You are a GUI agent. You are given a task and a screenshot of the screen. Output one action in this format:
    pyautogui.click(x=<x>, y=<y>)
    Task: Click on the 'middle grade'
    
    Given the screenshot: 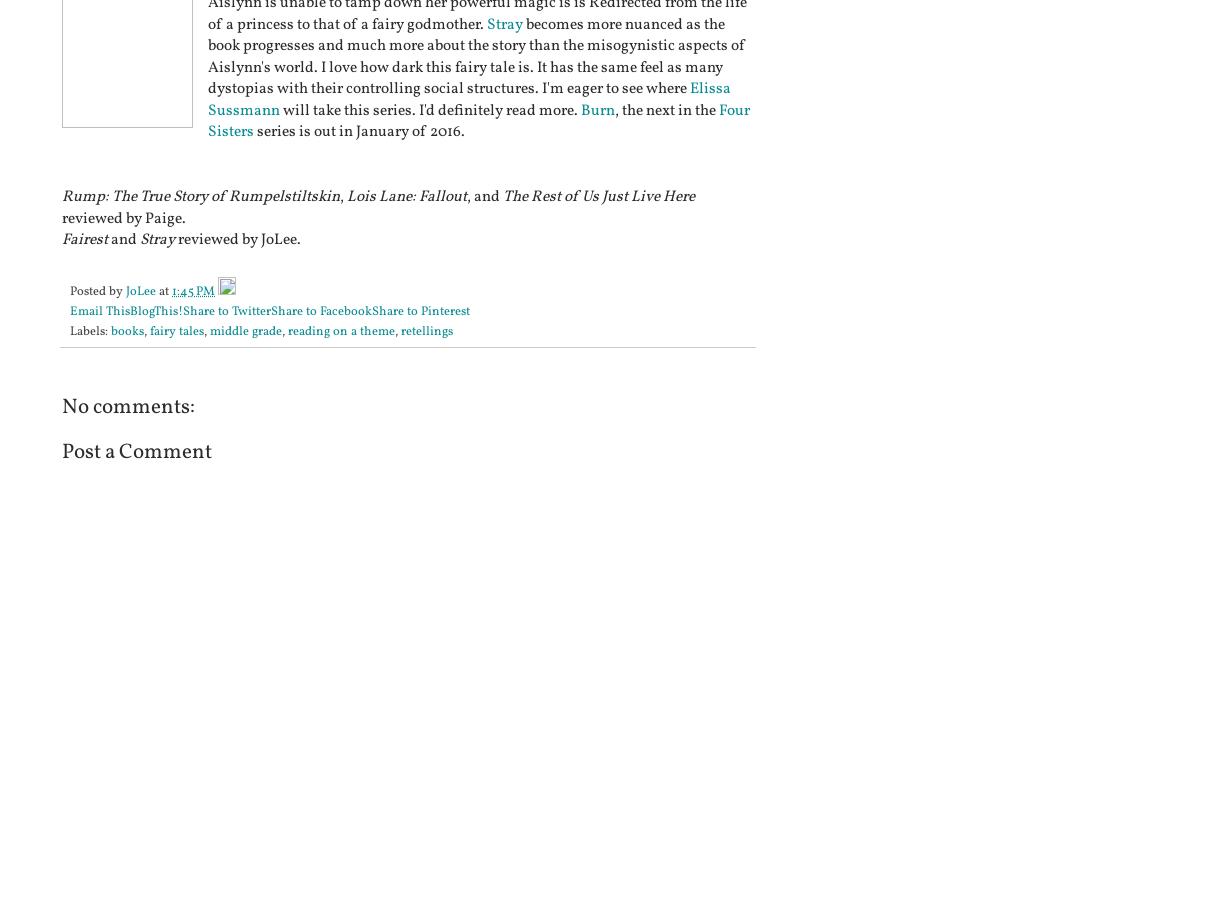 What is the action you would take?
    pyautogui.click(x=245, y=331)
    